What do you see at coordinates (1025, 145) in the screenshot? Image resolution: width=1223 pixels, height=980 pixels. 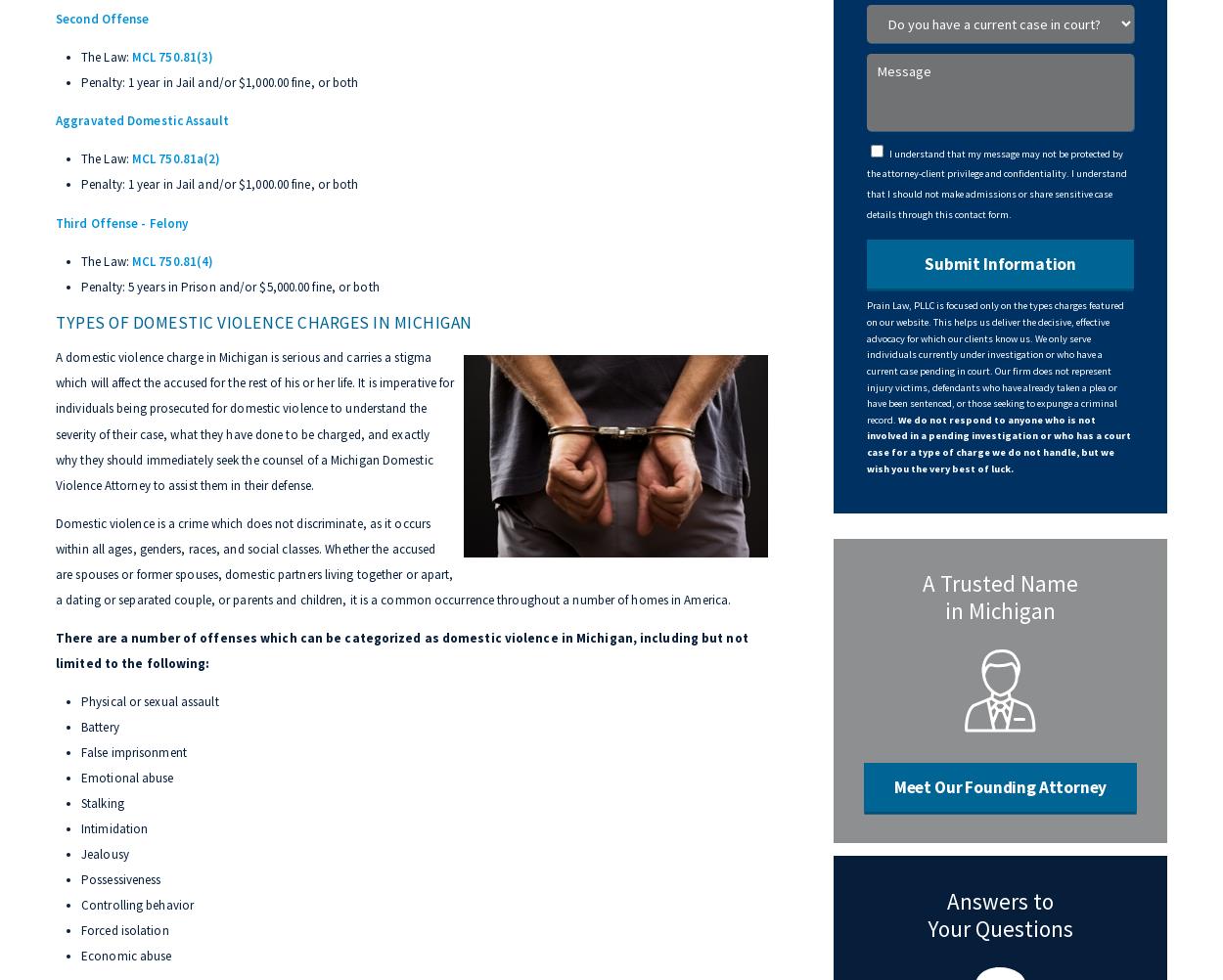 I see `'Please enter a message.'` at bounding box center [1025, 145].